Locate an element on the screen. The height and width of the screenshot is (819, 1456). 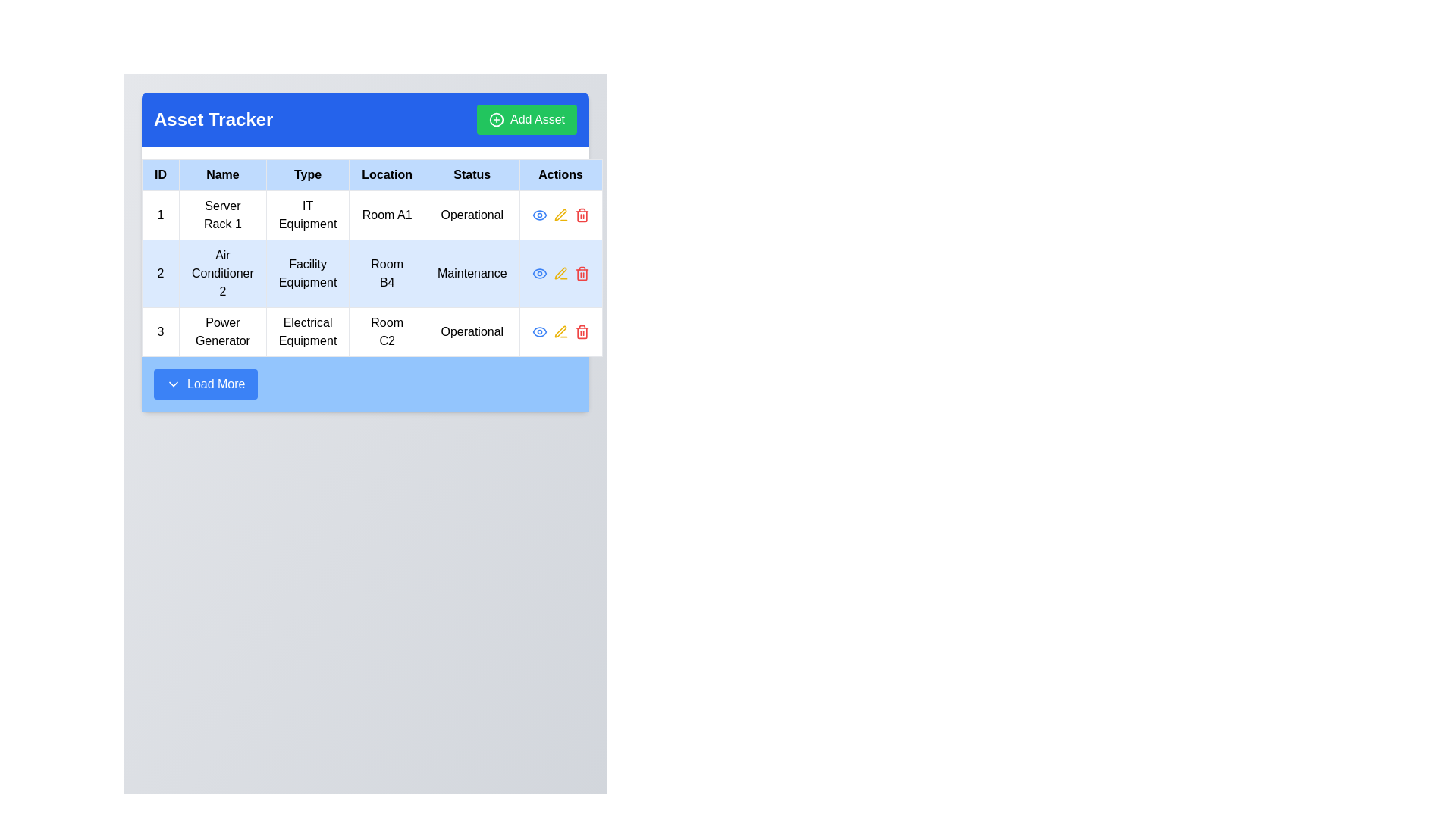
text displayed in the static text field labeled 'Facility Equipment' located in the third column of the second row of the data table is located at coordinates (307, 274).